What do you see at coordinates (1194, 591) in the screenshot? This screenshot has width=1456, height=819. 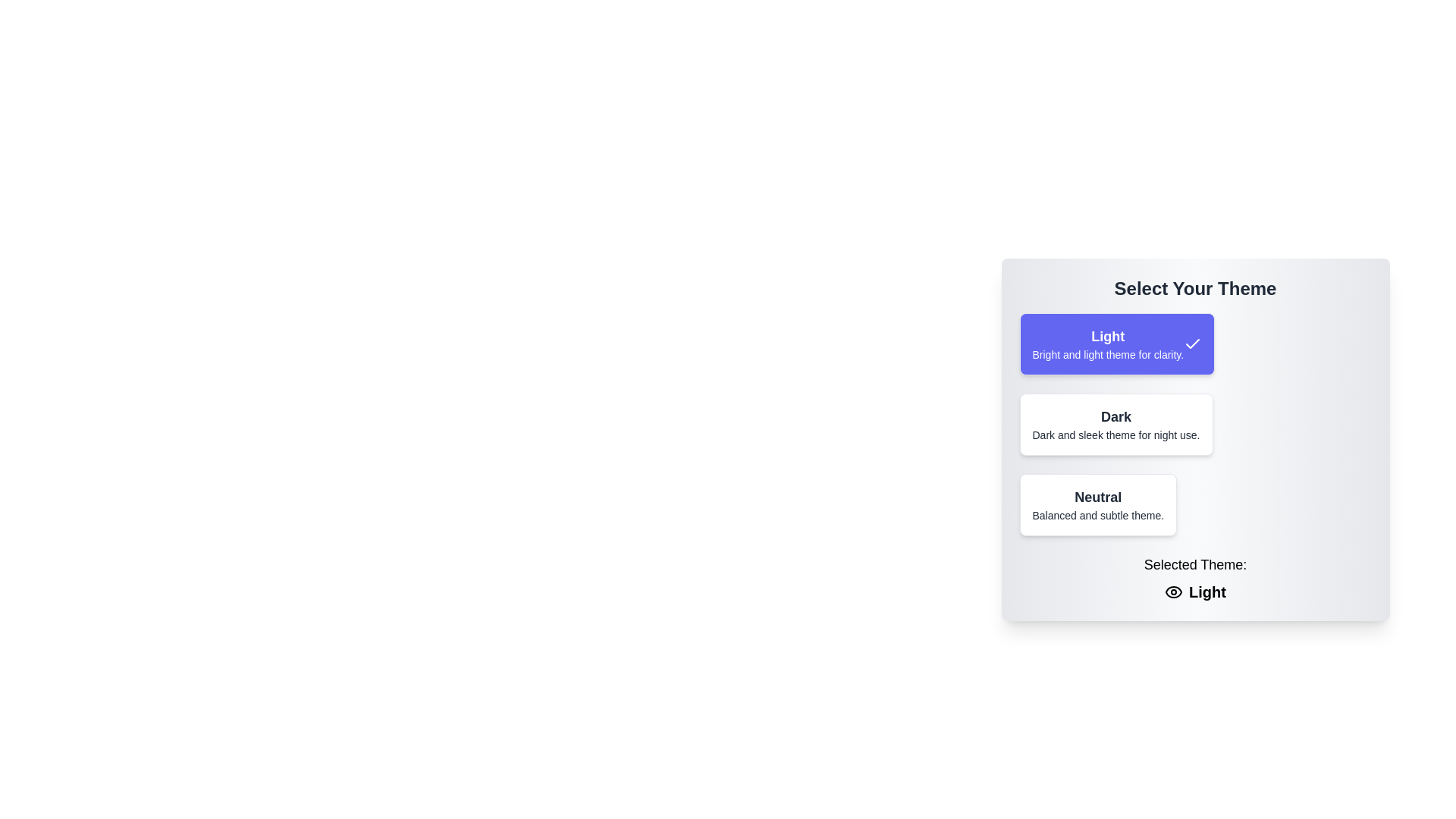 I see `the bold 'Light' text label with an eye icon, located below 'Selected Theme:'` at bounding box center [1194, 591].